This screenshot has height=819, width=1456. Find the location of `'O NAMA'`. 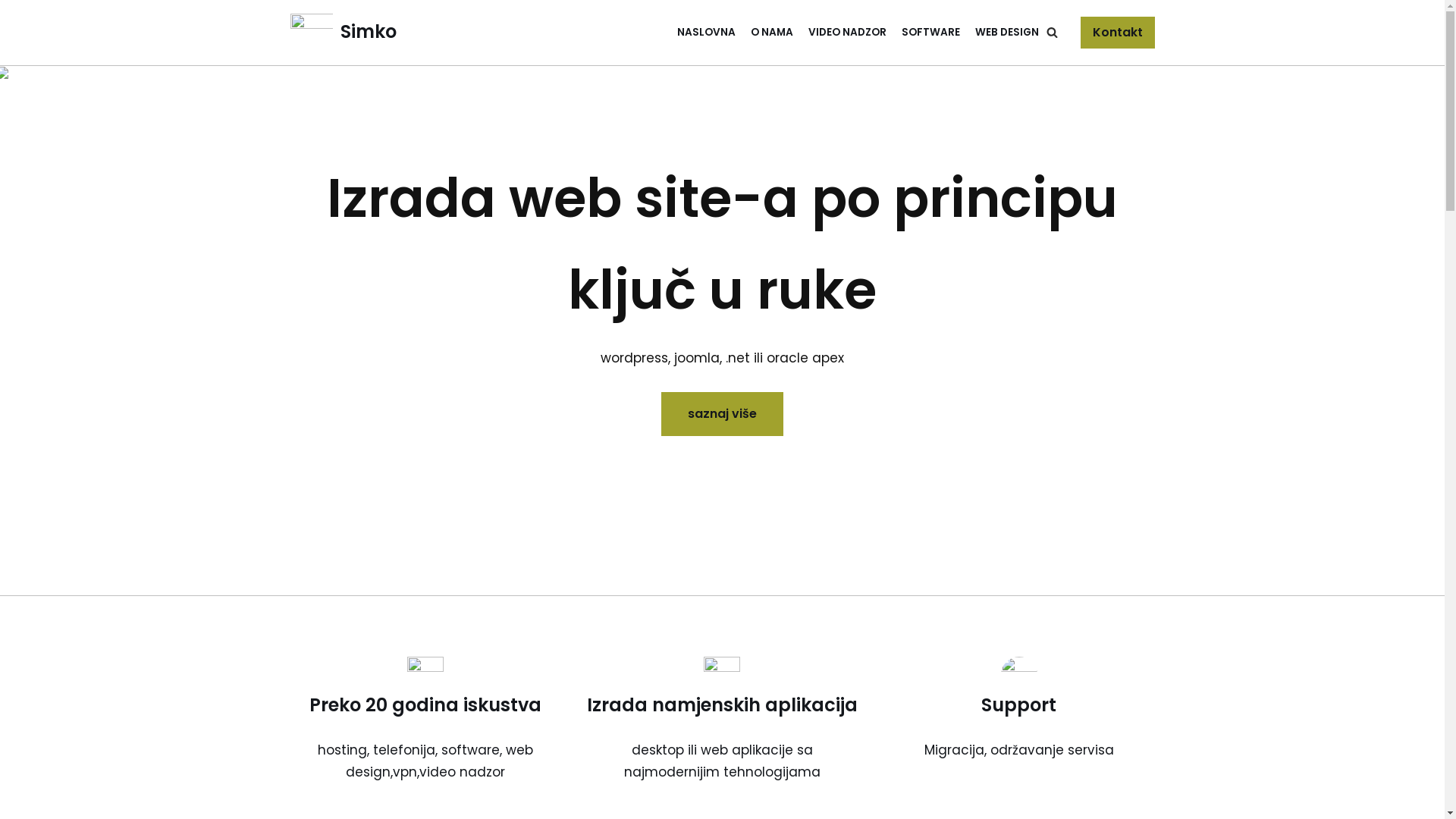

'O NAMA' is located at coordinates (771, 32).